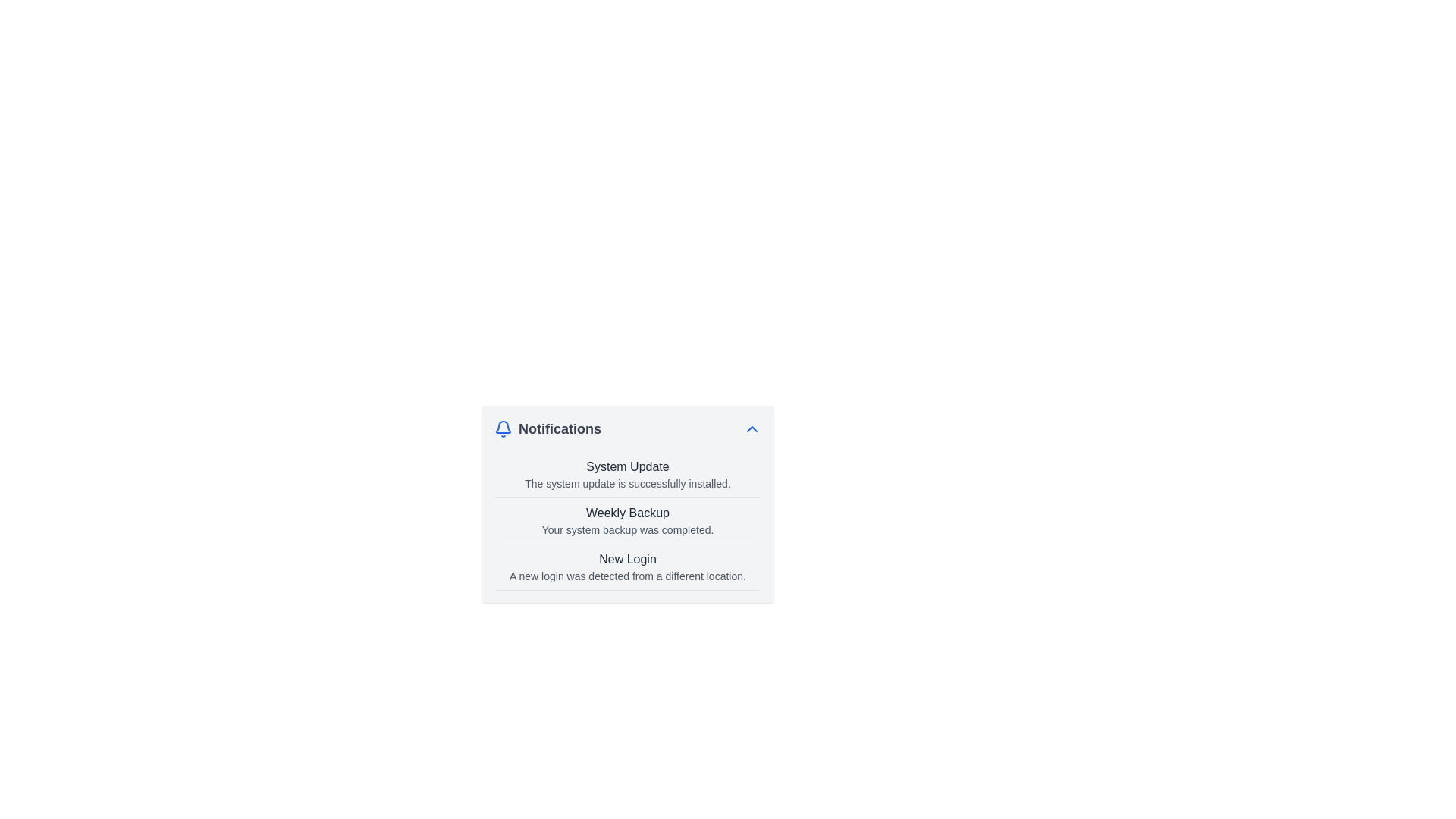  What do you see at coordinates (628, 559) in the screenshot?
I see `the Text label that acts as a header for a notification entry, positioned at the center of the notification panel` at bounding box center [628, 559].